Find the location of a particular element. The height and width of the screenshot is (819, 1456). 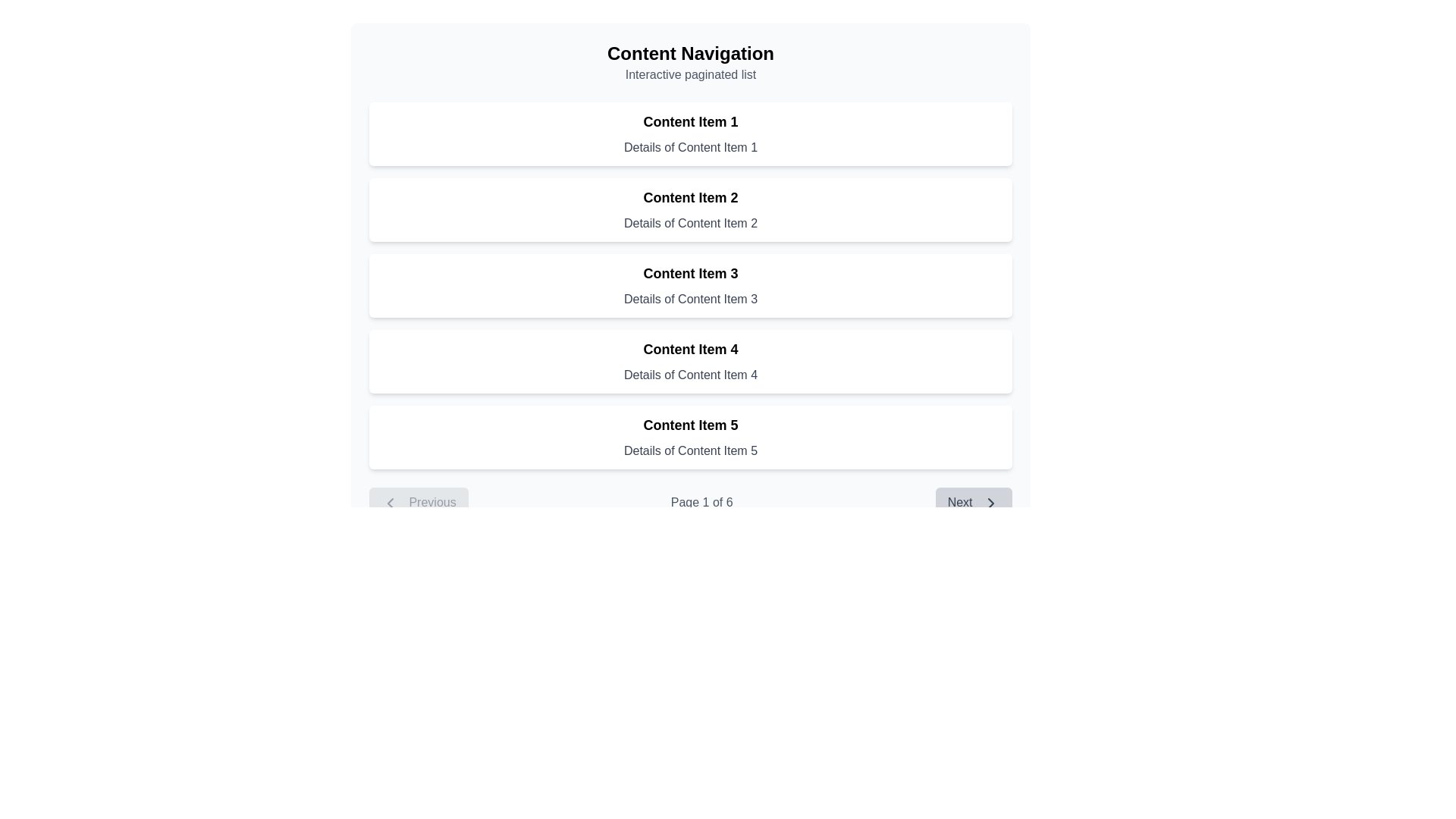

the leftward-pointing chevron icon, which is the first icon in the 'Previous' button located in the bottom-left corner of the paginated content navigation interface is located at coordinates (390, 503).